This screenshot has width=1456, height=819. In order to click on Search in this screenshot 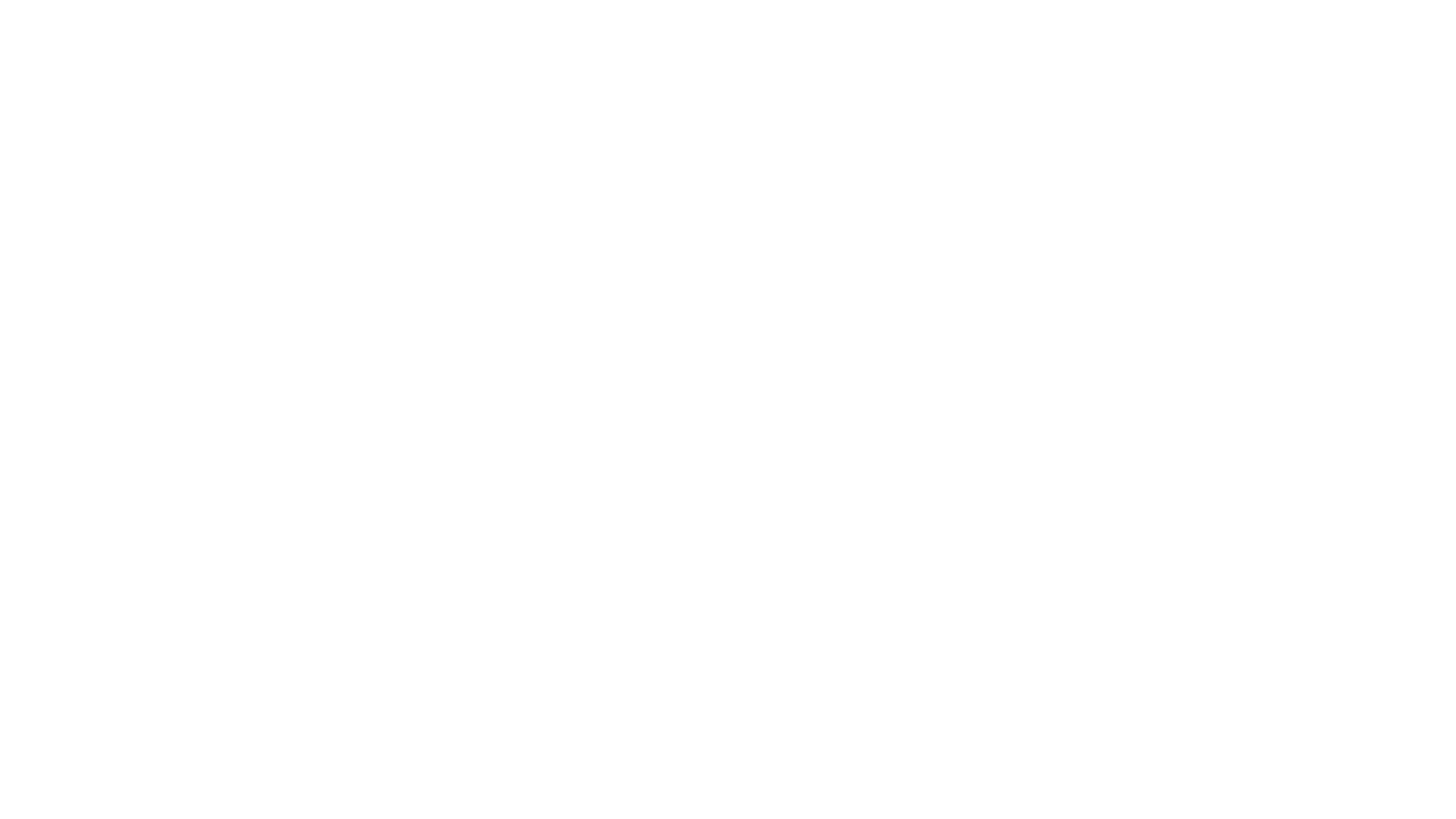, I will do `click(1165, 24)`.